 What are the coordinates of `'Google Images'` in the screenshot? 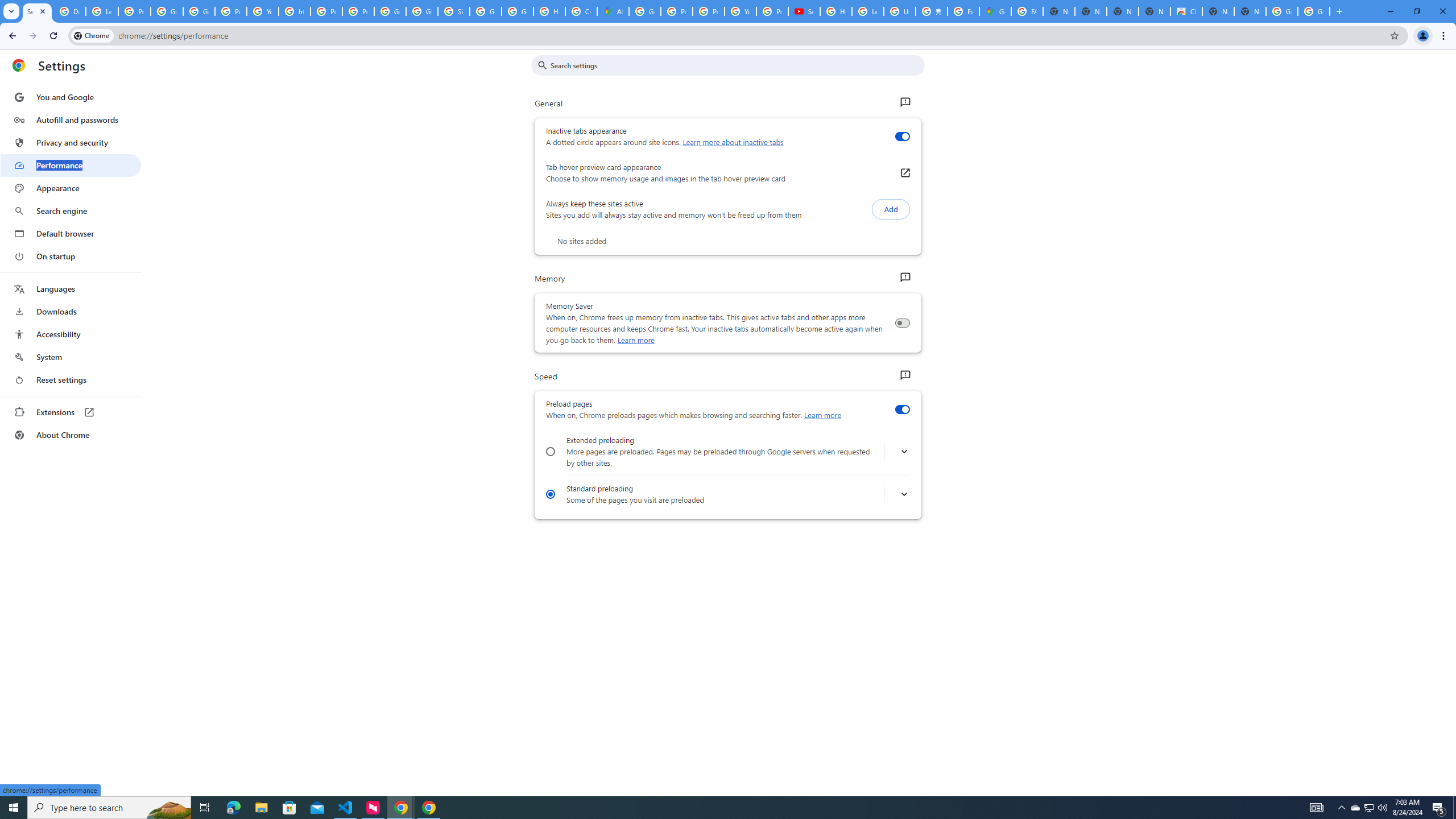 It's located at (1314, 11).